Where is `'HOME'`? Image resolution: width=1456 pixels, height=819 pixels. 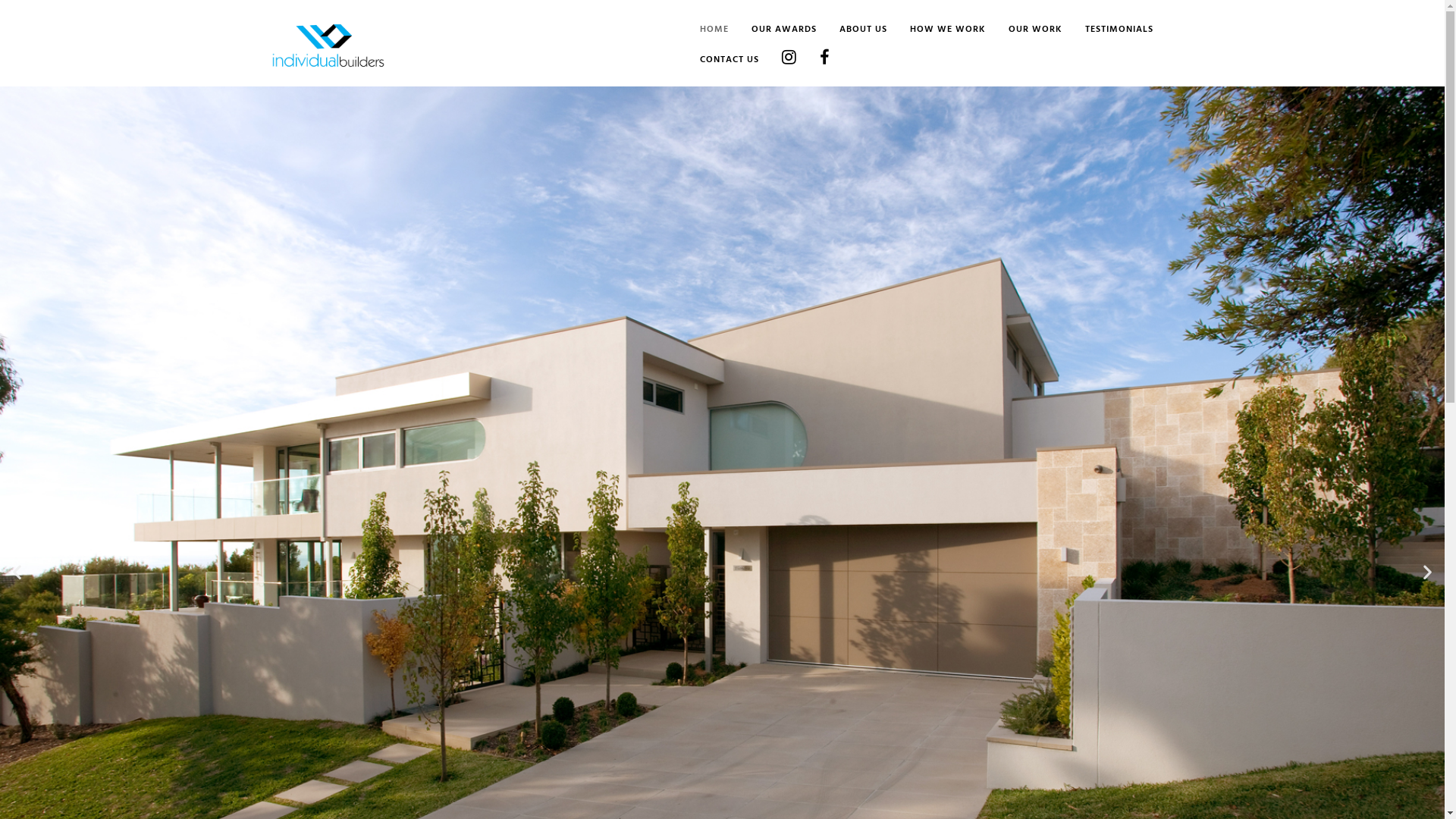 'HOME' is located at coordinates (701, 30).